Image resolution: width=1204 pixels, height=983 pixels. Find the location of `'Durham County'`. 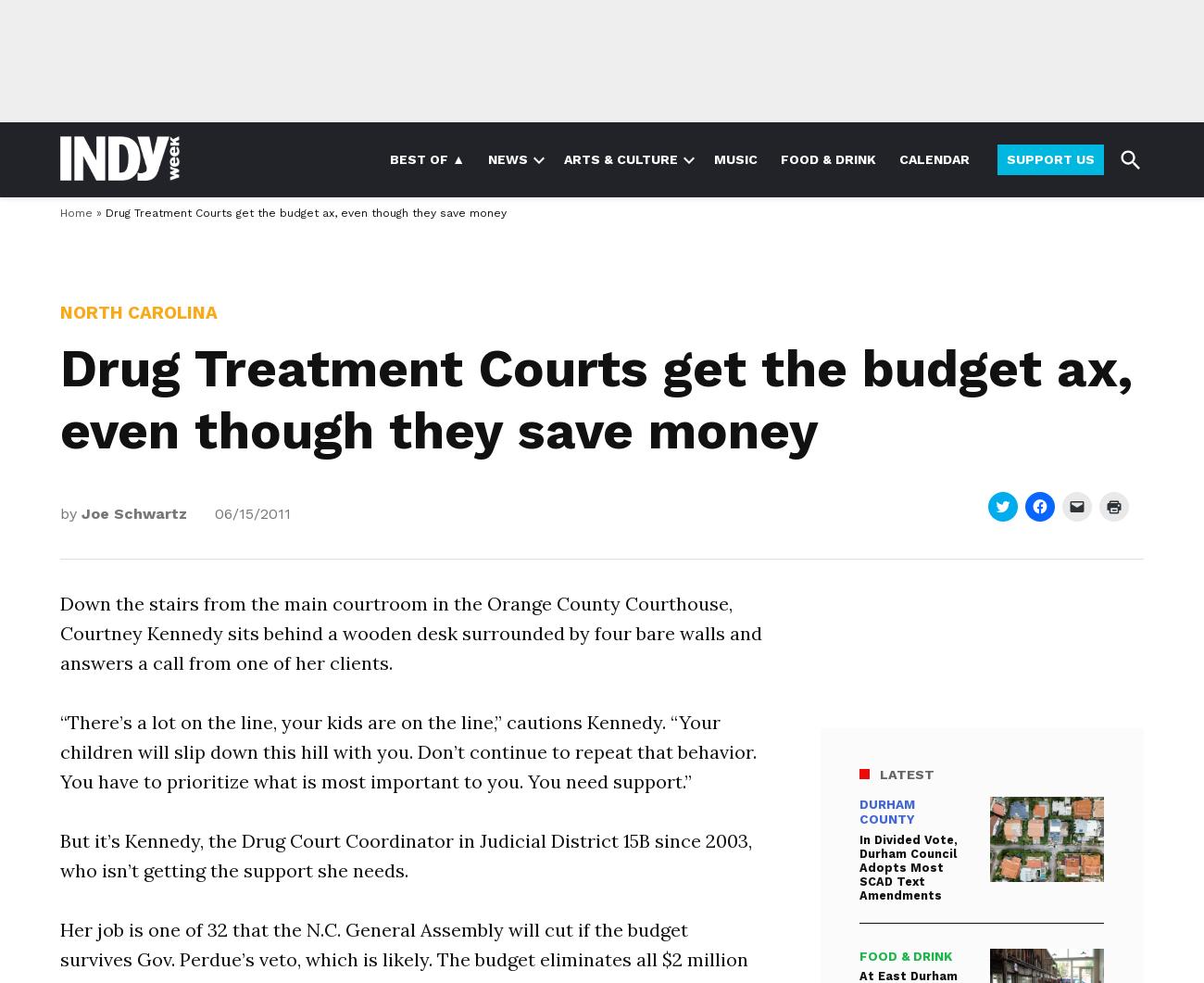

'Durham County' is located at coordinates (859, 811).